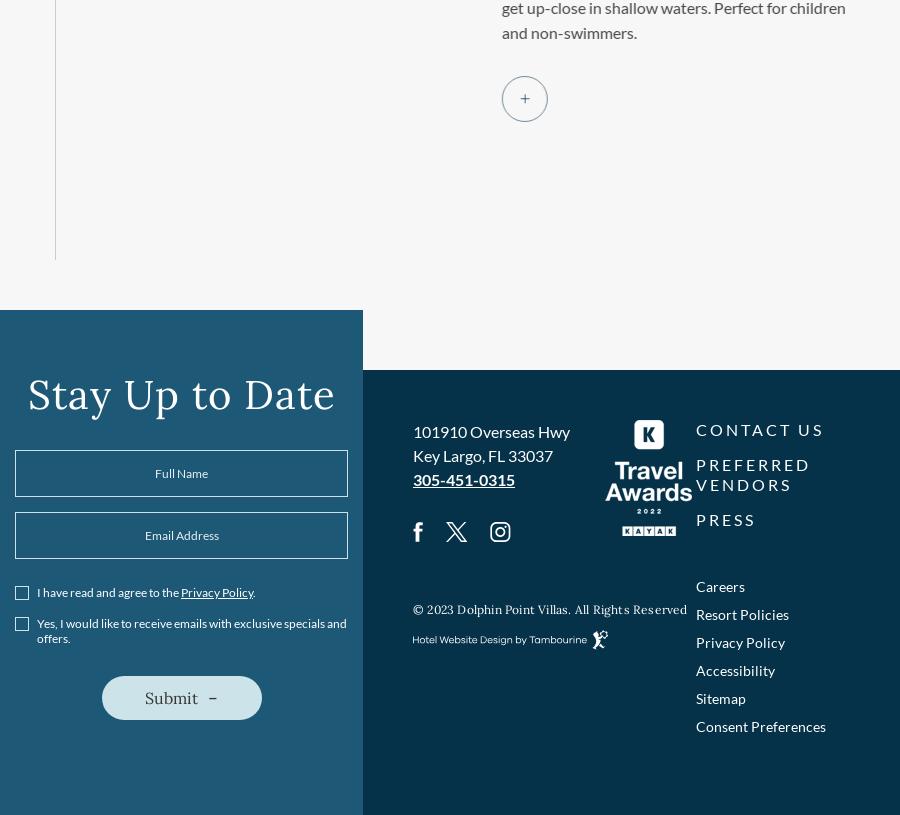 The image size is (900, 815). What do you see at coordinates (734, 669) in the screenshot?
I see `'Accessibility'` at bounding box center [734, 669].